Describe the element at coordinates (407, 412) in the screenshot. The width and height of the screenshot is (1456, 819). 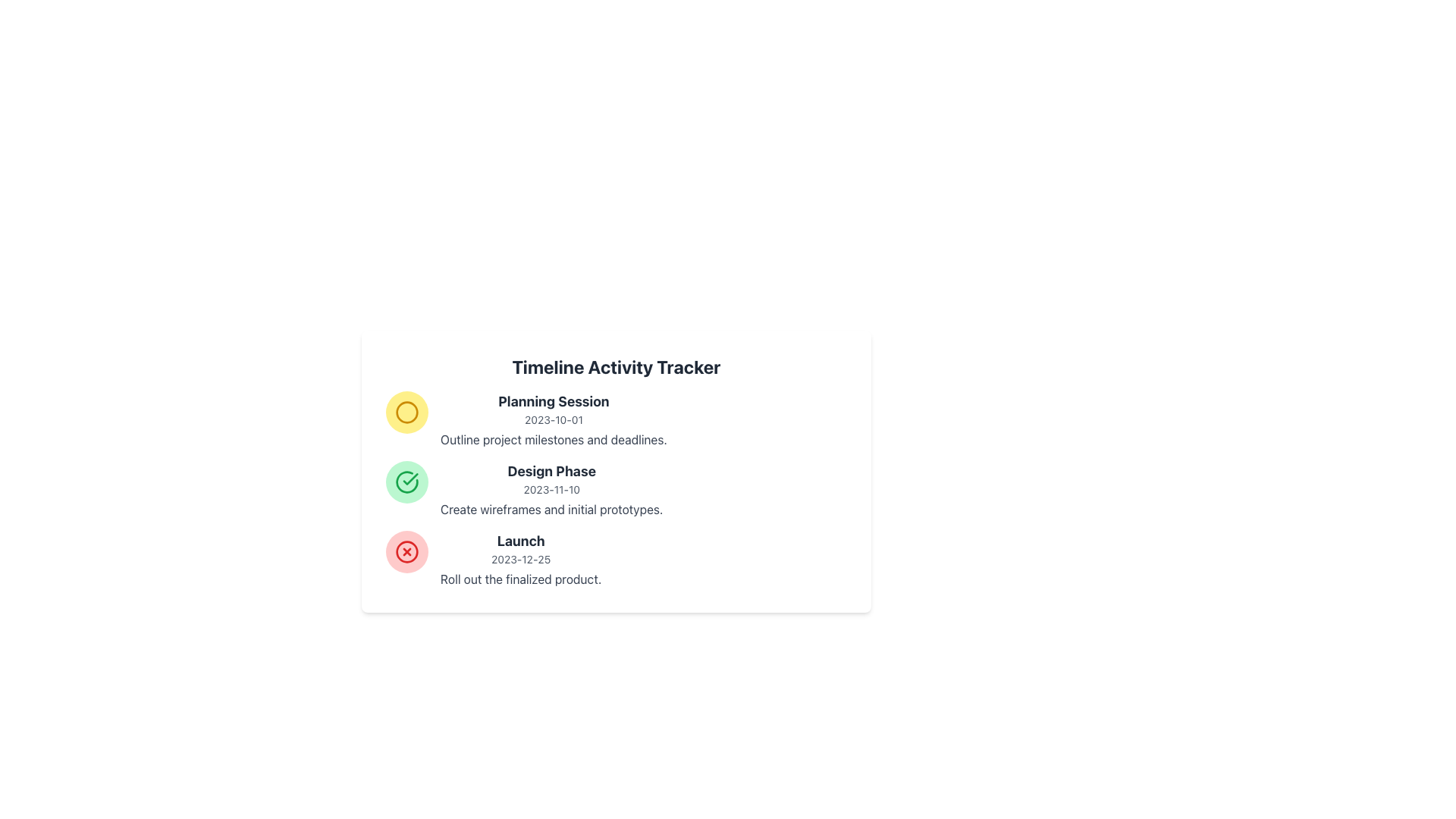
I see `the graphic icon representing the planning session in the timeline activity tracker, located in the first column directly to the left of the 'Planning Session' text` at that location.